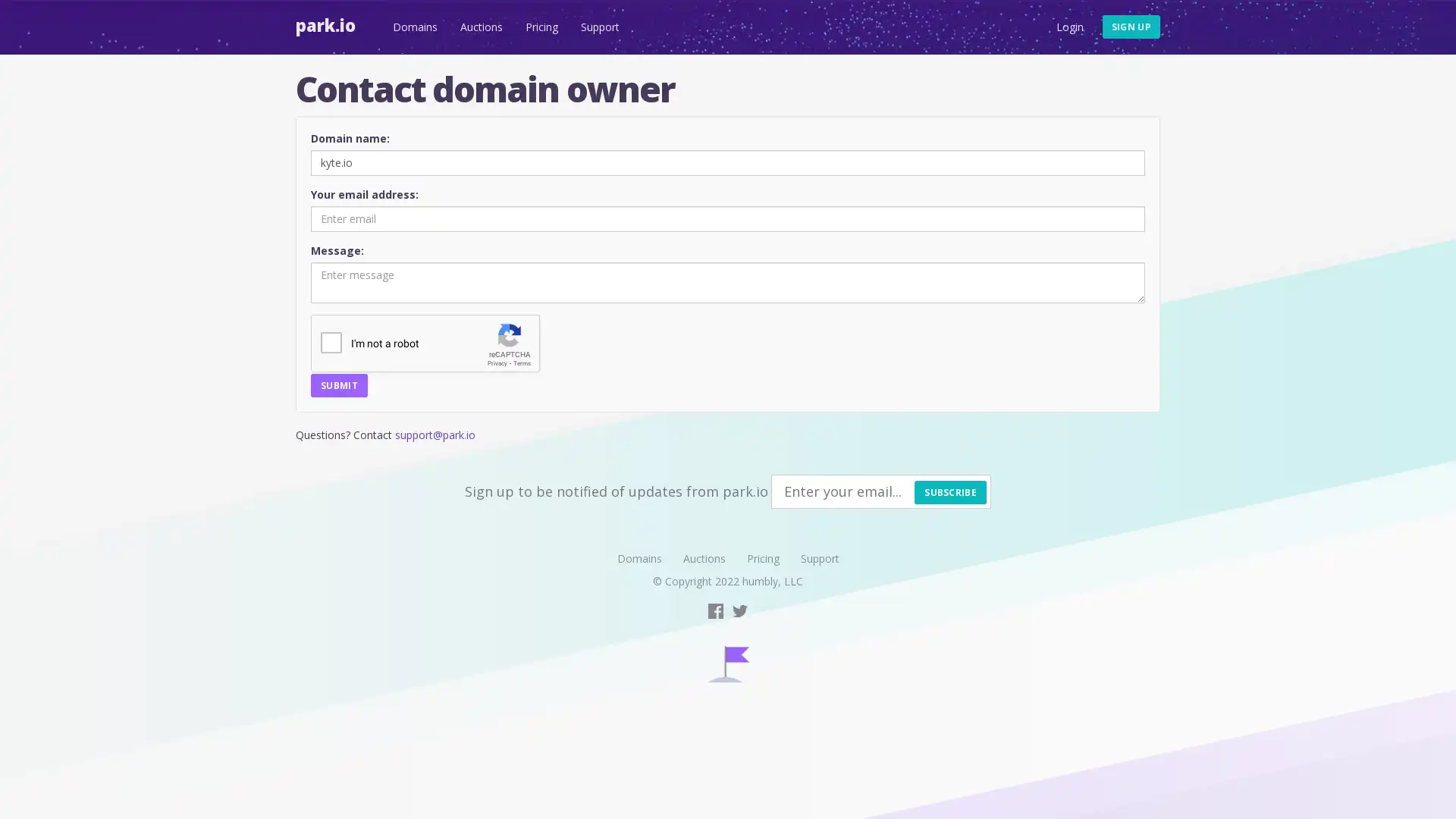 The image size is (1456, 819). What do you see at coordinates (337, 384) in the screenshot?
I see `SUBMIT` at bounding box center [337, 384].